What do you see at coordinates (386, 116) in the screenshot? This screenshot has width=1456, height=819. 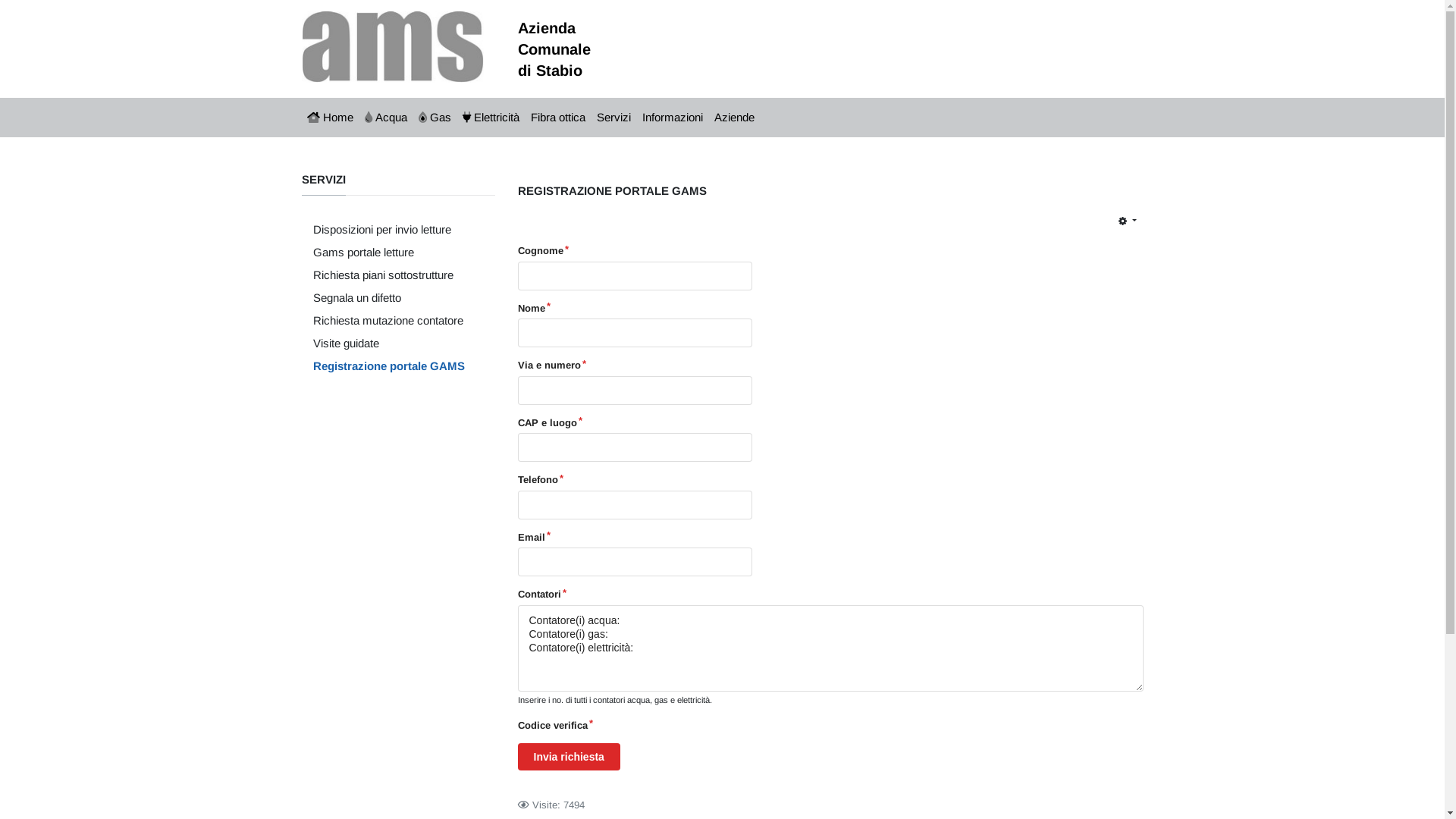 I see `'Acqua'` at bounding box center [386, 116].